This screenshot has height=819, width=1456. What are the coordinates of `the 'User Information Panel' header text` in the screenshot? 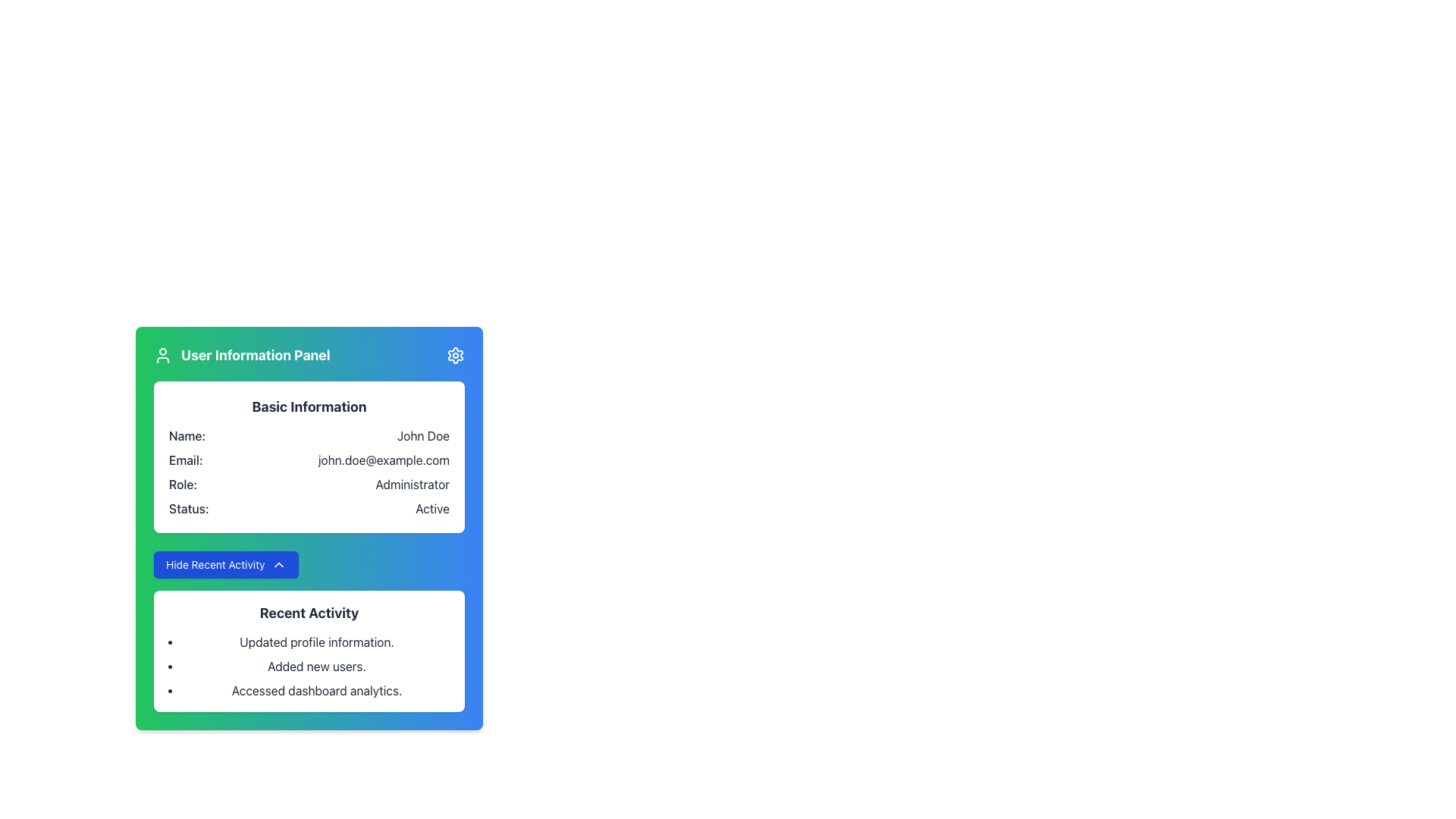 It's located at (309, 356).